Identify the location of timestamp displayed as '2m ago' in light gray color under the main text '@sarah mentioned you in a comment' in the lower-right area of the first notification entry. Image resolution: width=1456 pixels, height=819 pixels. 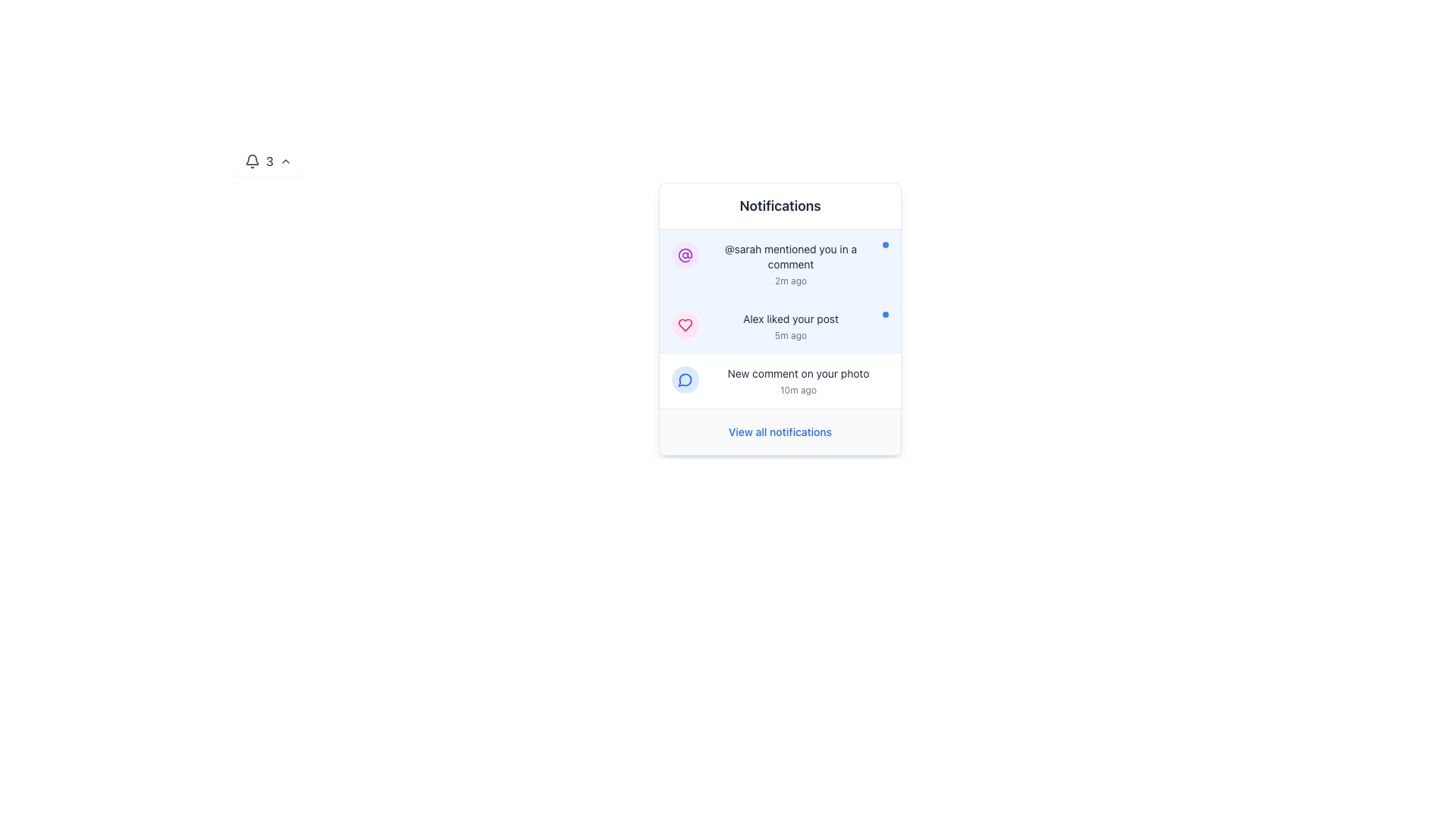
(789, 281).